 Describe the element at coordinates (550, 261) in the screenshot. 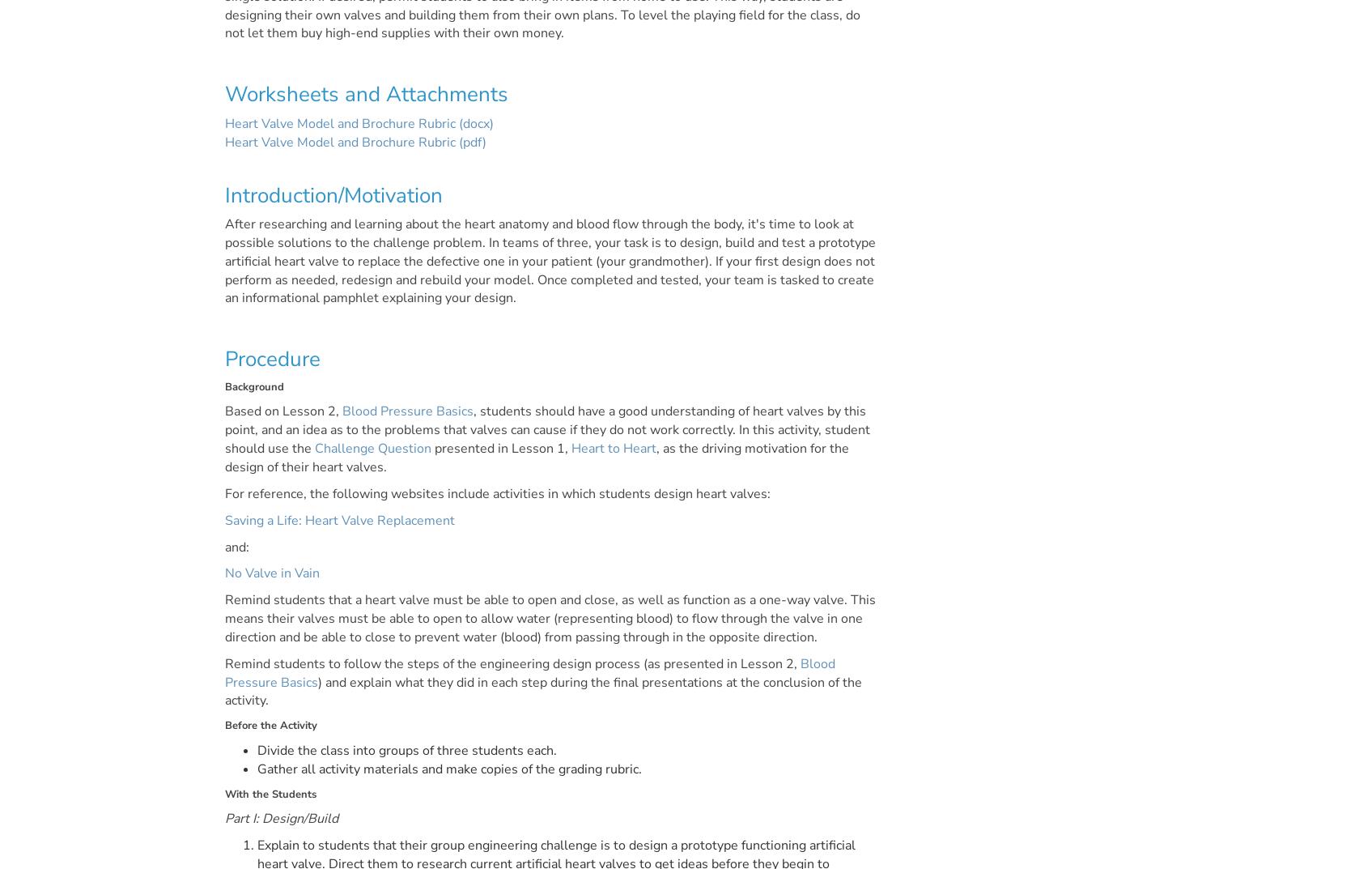

I see `'After researching and learning about the heart anatomy and blood flow through the body, it's time to look at possible solutions to the challenge problem. In teams of three, your task is to design, build and test a prototype artificial heart valve to replace the defective one in your patient (your grandmother). If your first design does not perform as needed, redesign and rebuild your model. Once completed and tested, your team is tasked to create an informational pamphlet explaining your design.'` at that location.